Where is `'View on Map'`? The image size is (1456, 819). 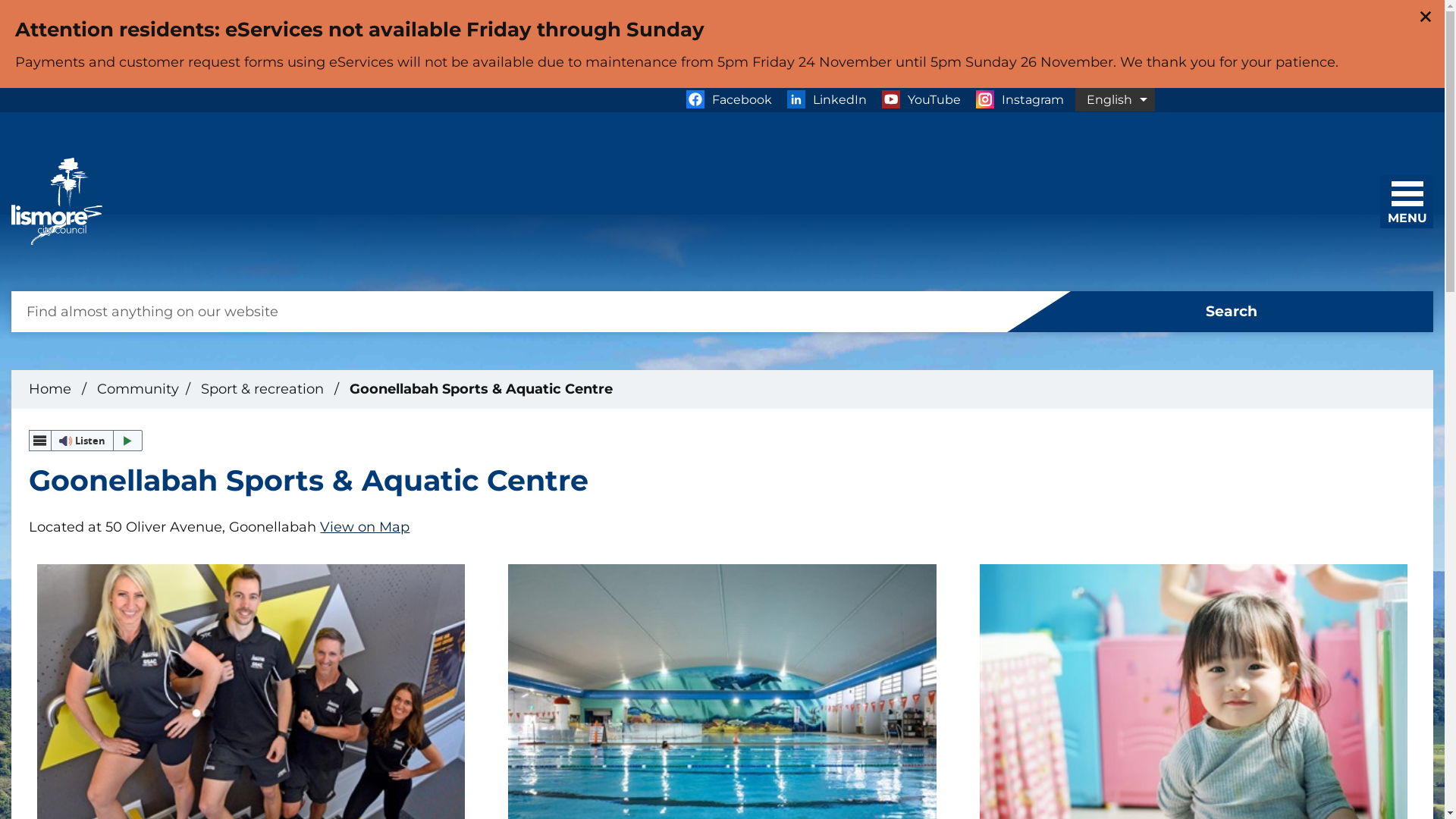 'View on Map' is located at coordinates (364, 526).